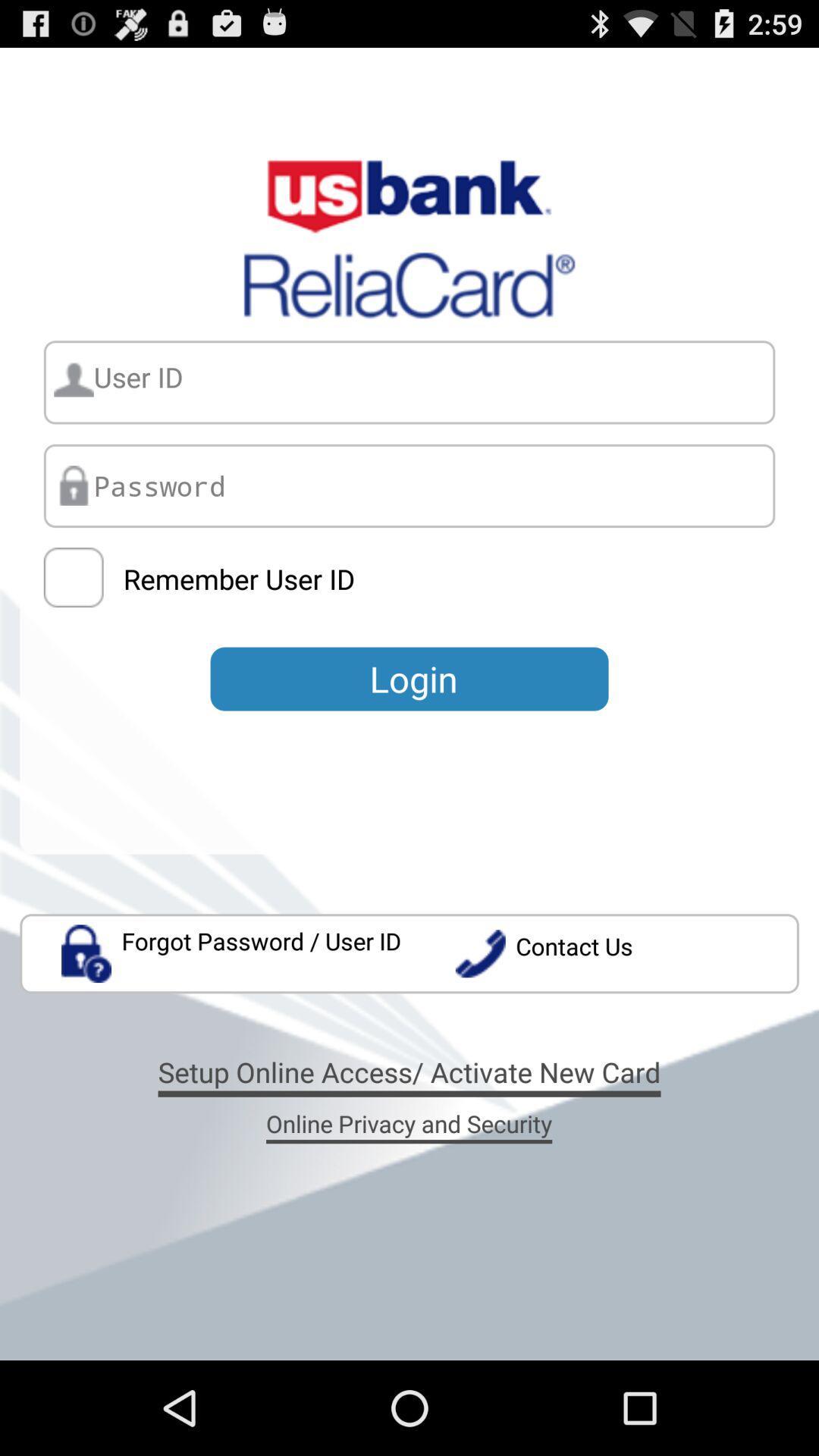 The width and height of the screenshot is (819, 1456). I want to click on item to the right of forgot password user app, so click(626, 952).